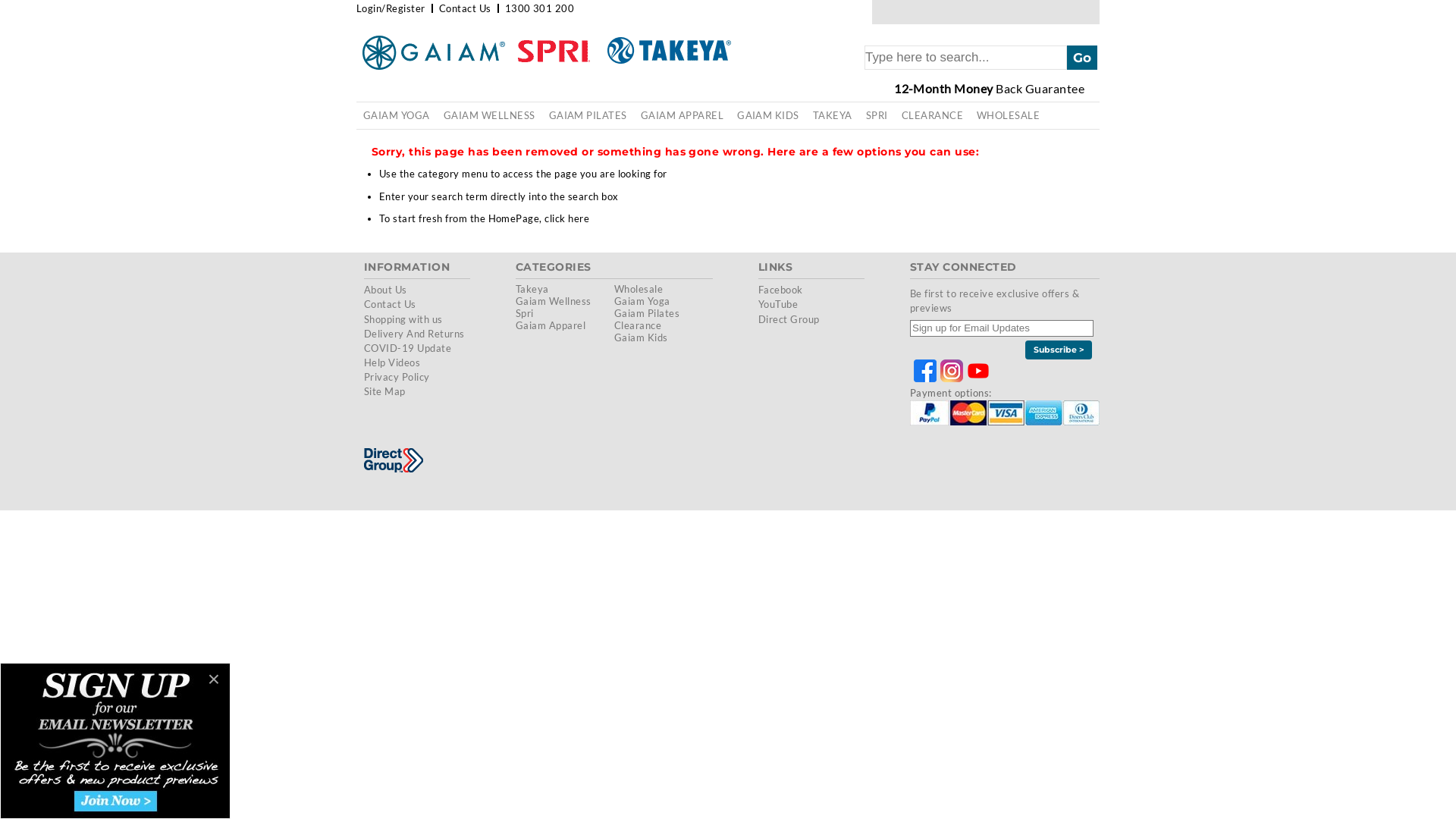 This screenshot has width=1456, height=819. What do you see at coordinates (578, 218) in the screenshot?
I see `'here'` at bounding box center [578, 218].